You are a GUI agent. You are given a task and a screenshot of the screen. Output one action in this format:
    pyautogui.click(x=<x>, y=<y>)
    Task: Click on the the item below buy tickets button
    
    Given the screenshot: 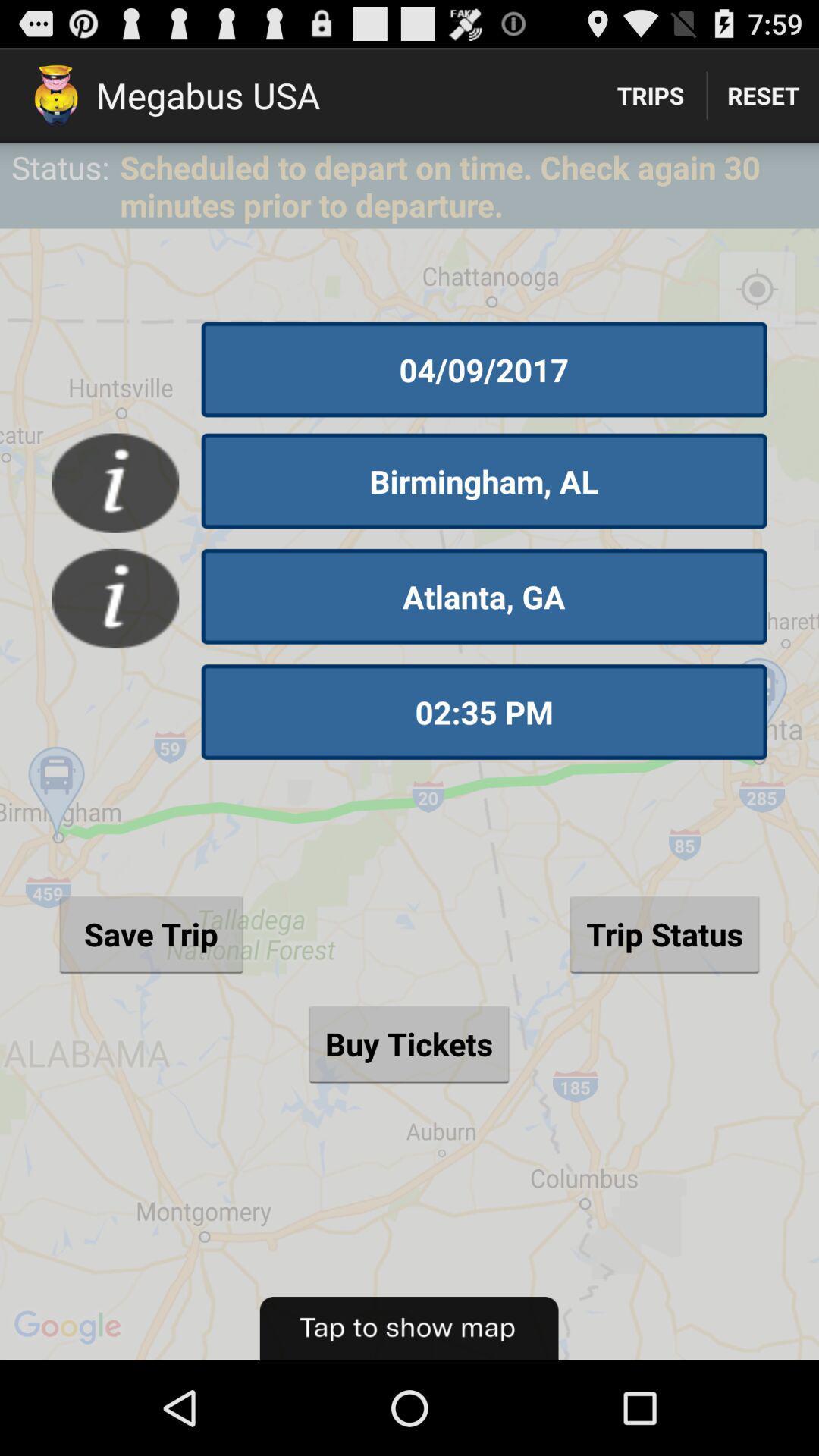 What is the action you would take?
    pyautogui.click(x=408, y=1328)
    